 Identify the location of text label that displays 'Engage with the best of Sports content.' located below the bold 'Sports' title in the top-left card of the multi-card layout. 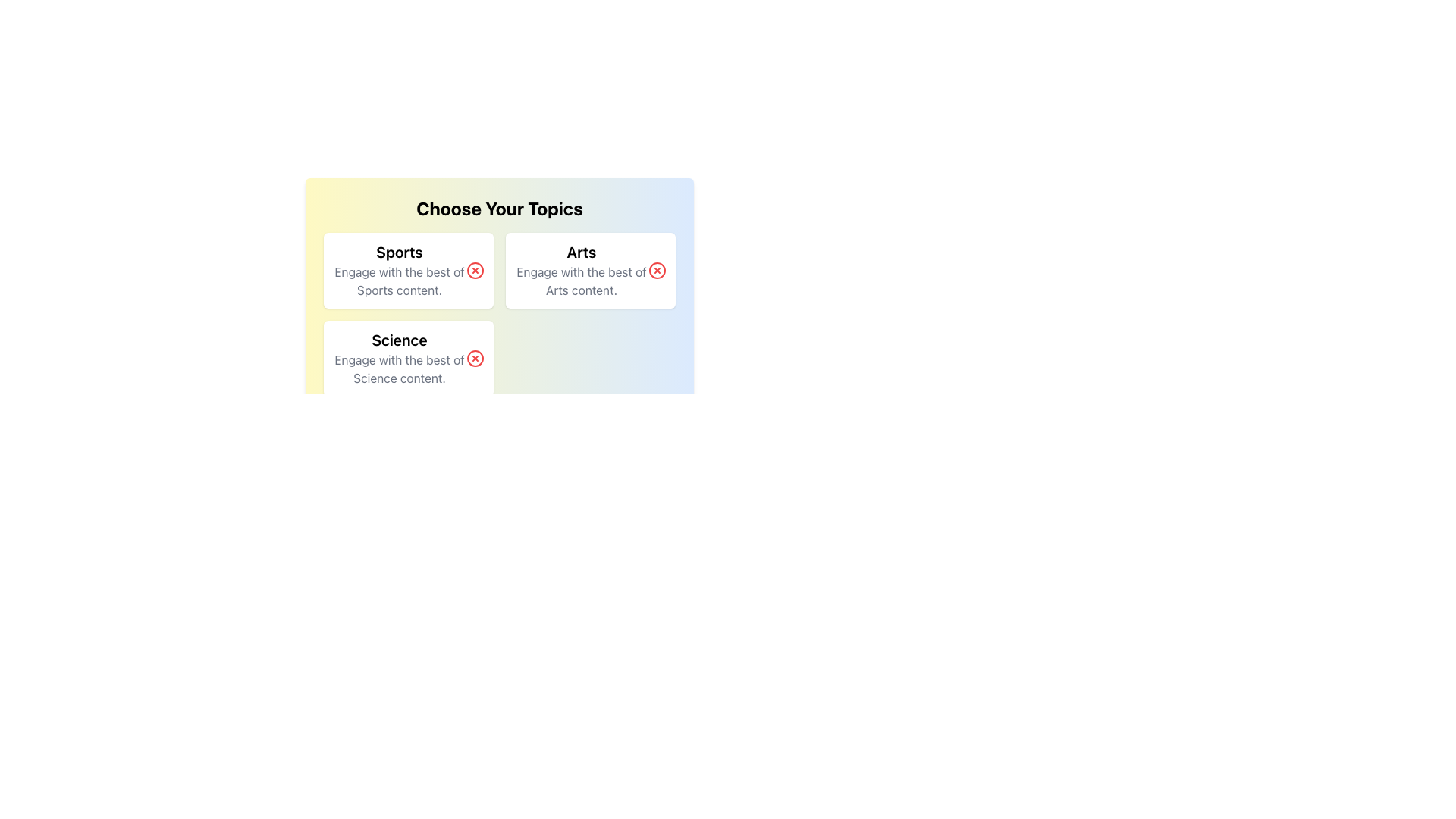
(400, 281).